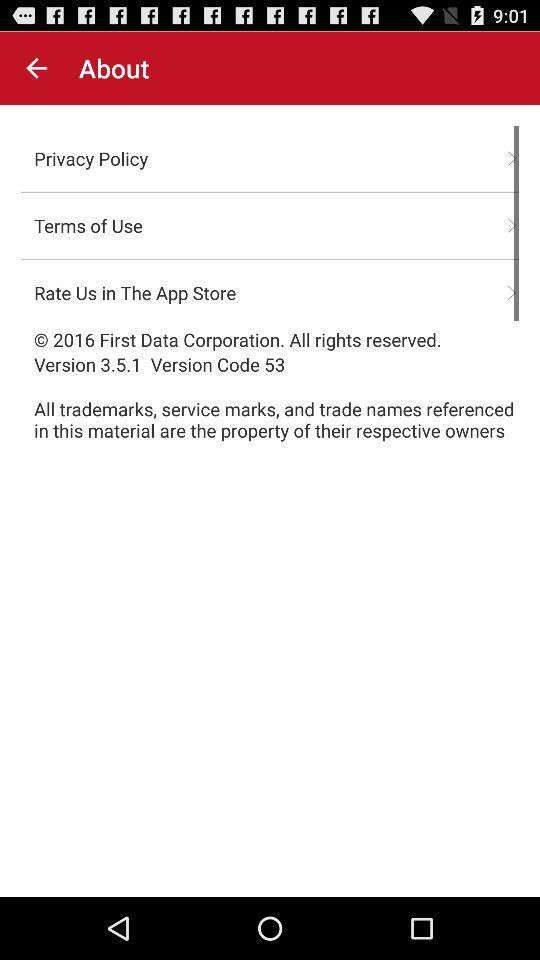  Describe the element at coordinates (36, 68) in the screenshot. I see `the item above privacy policy app` at that location.